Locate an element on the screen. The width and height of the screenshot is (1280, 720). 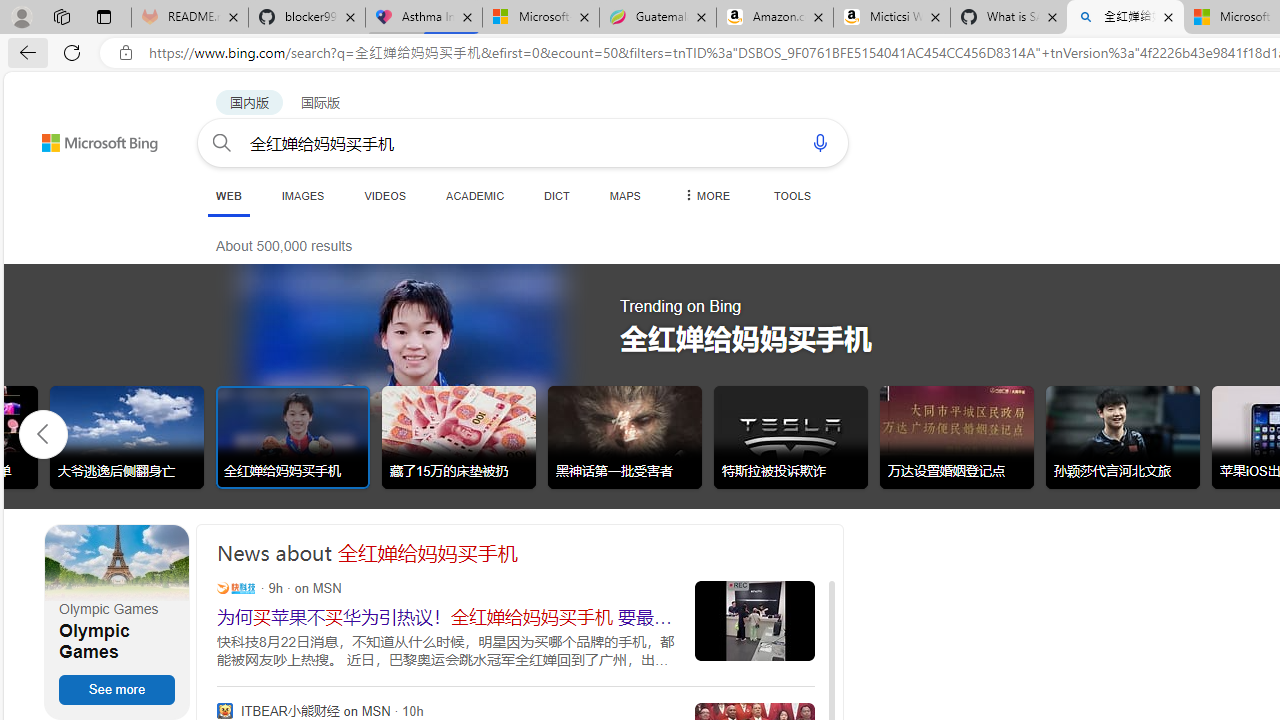
'Search button' is located at coordinates (222, 141).